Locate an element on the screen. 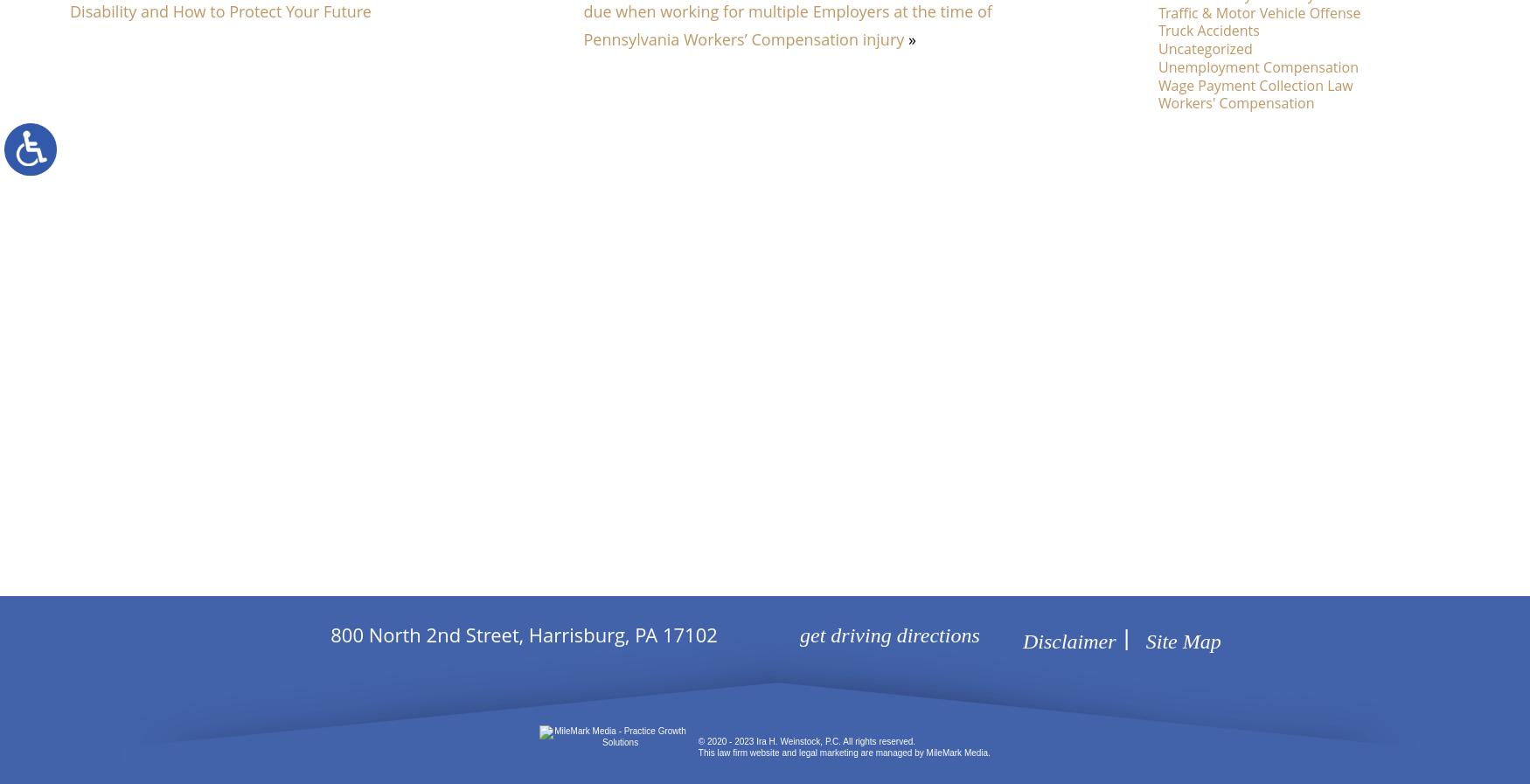  '© 2020 - 2023 Ira H. Weinstock, P.C. All rights reserved.' is located at coordinates (805, 741).